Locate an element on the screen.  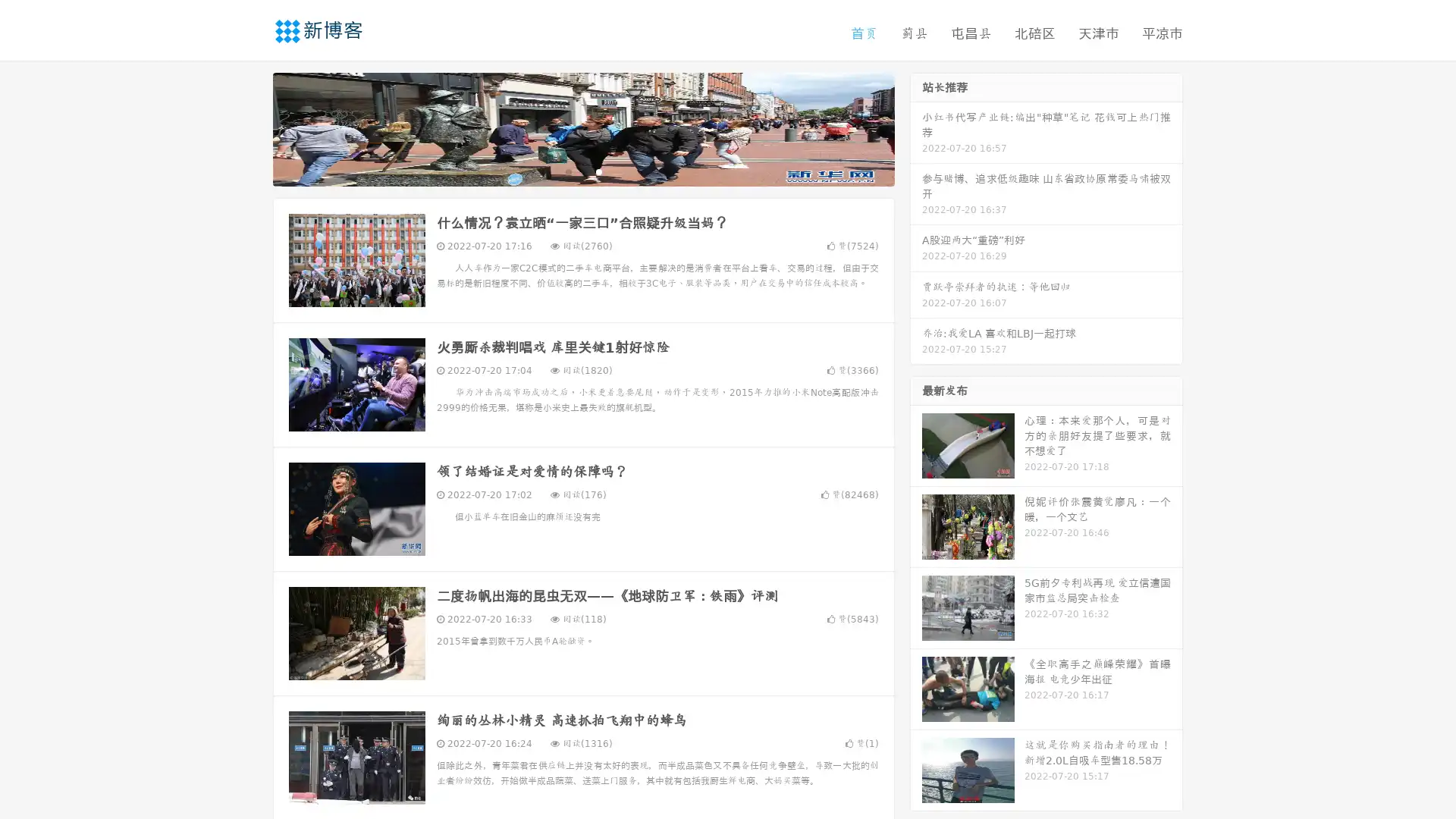
Go to slide 1 is located at coordinates (567, 171).